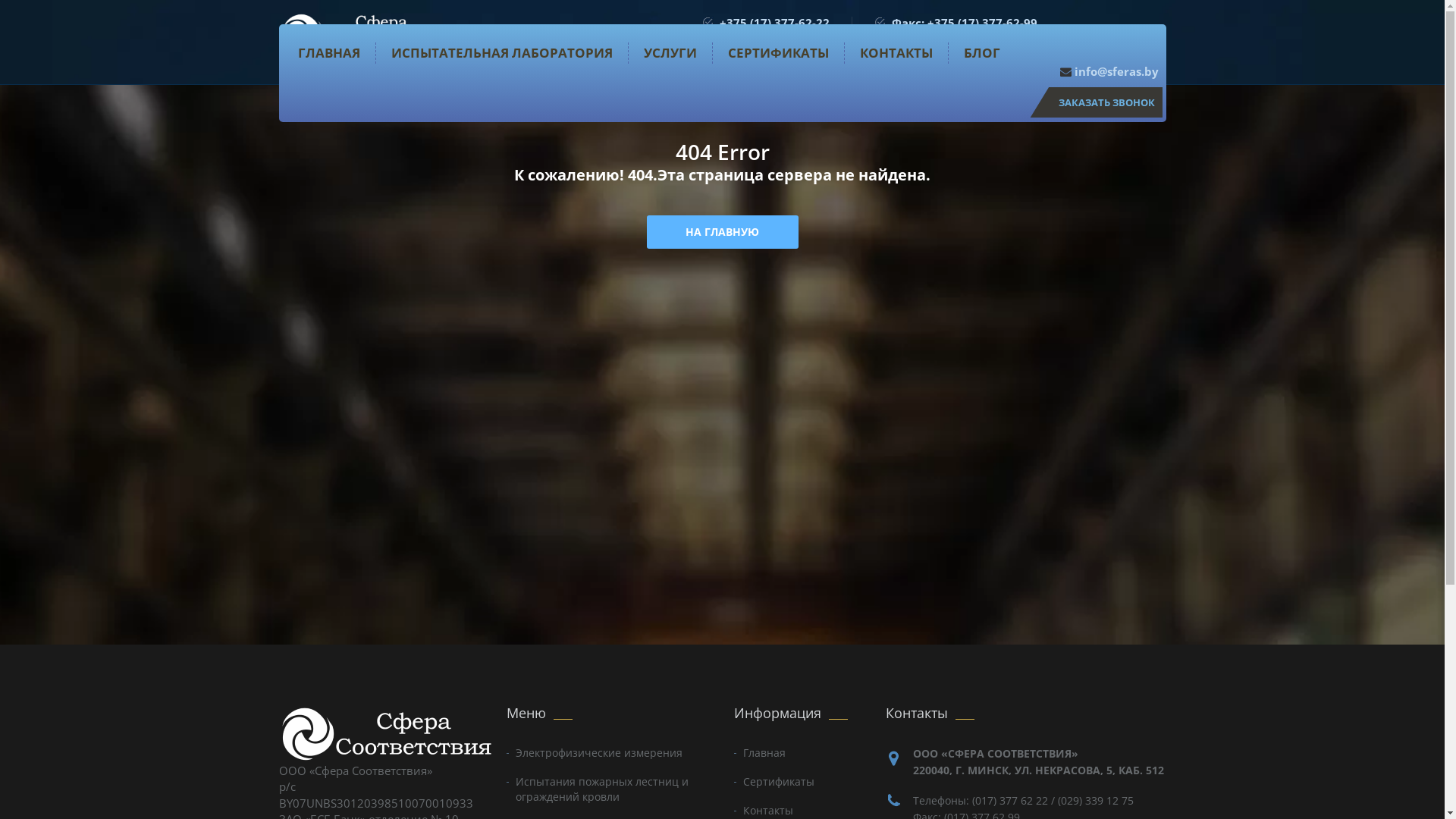 The height and width of the screenshot is (819, 1456). What do you see at coordinates (773, 23) in the screenshot?
I see `'+375 (17) 377-62-22'` at bounding box center [773, 23].